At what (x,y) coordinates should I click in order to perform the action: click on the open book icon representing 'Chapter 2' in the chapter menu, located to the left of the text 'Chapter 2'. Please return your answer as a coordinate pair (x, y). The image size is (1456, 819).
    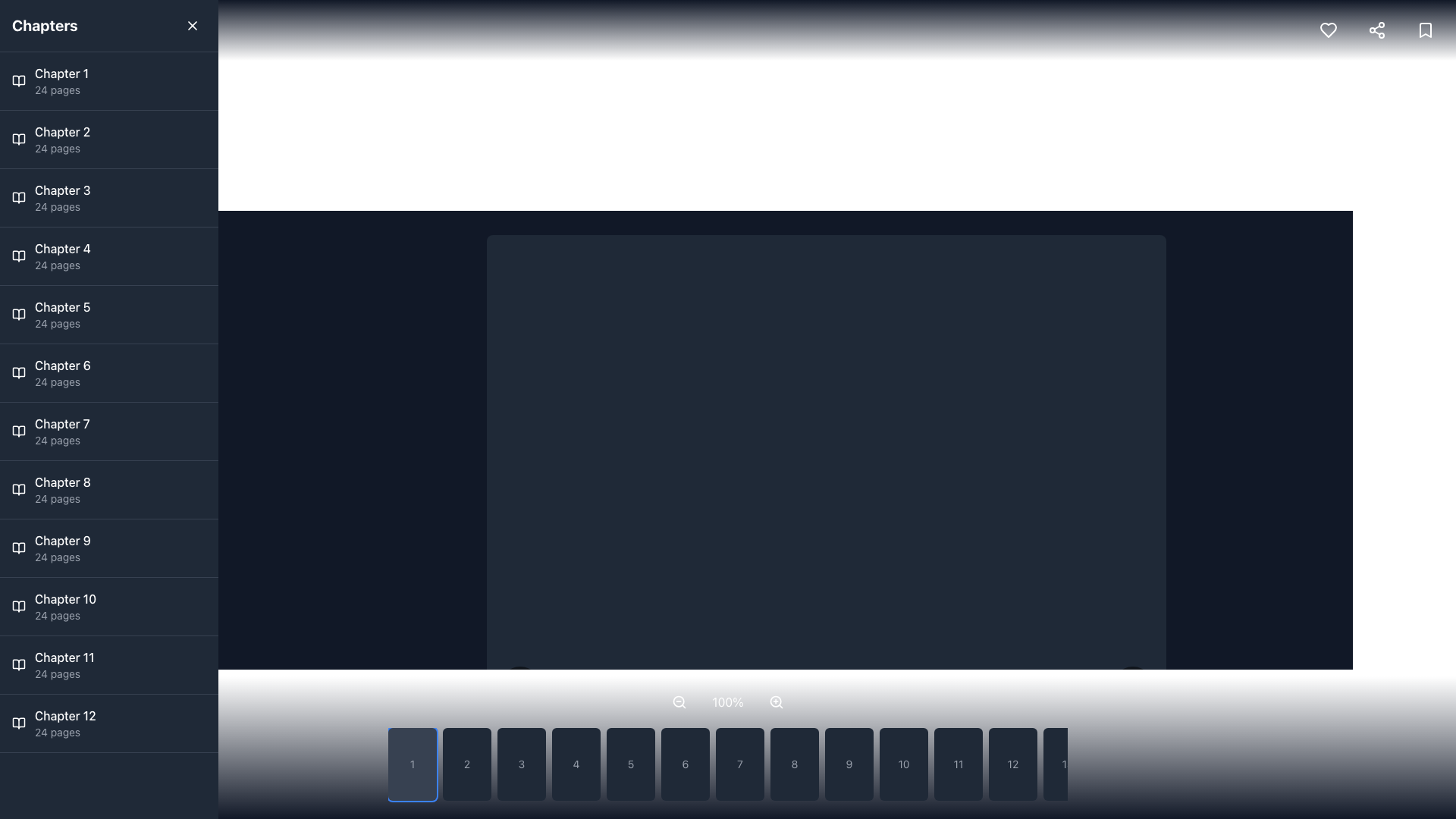
    Looking at the image, I should click on (18, 140).